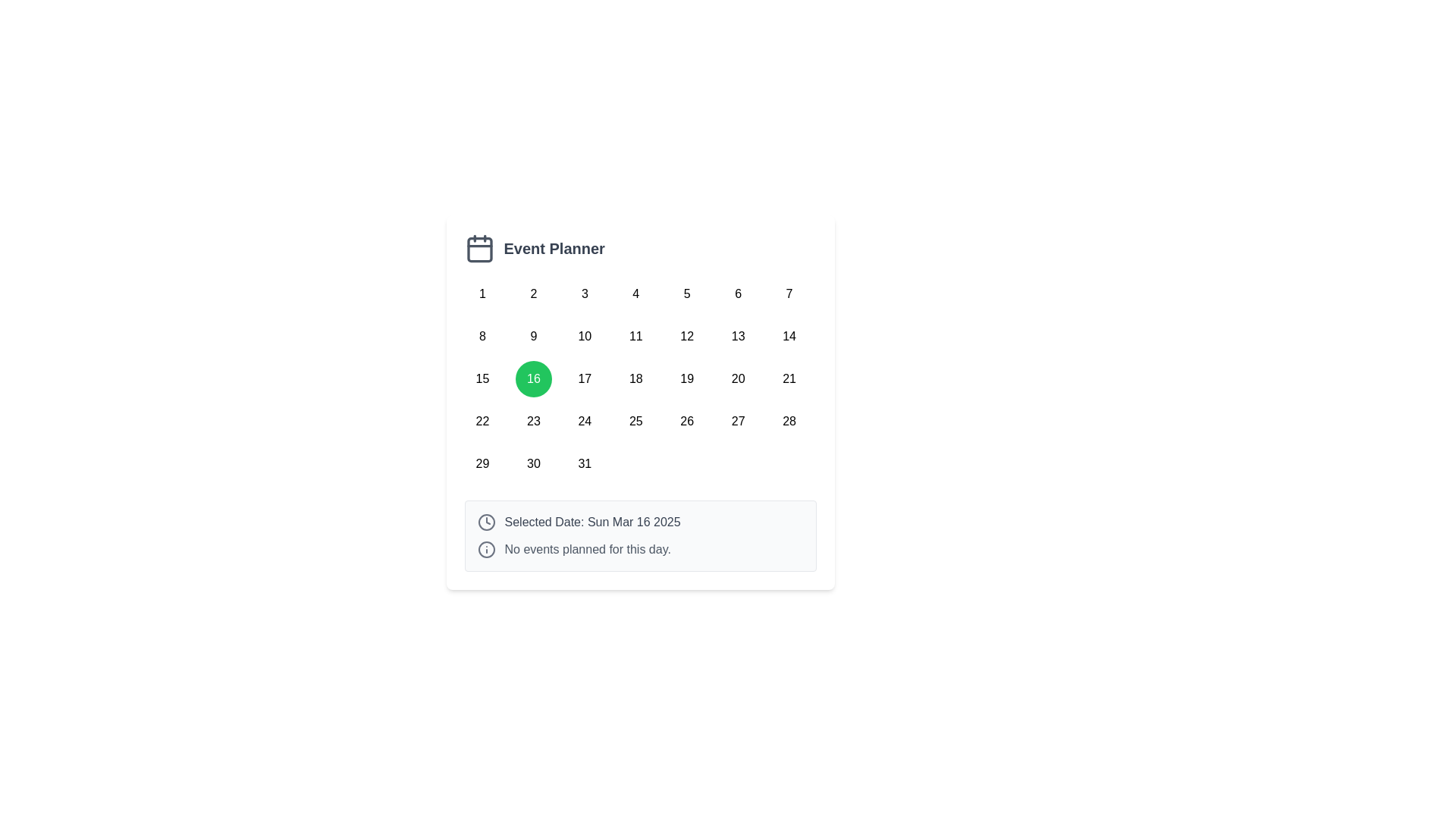 Image resolution: width=1456 pixels, height=819 pixels. I want to click on the button displaying '27' in the bottom-right area of the calendar grid, which is a rounded square with a white background and black text, so click(738, 421).